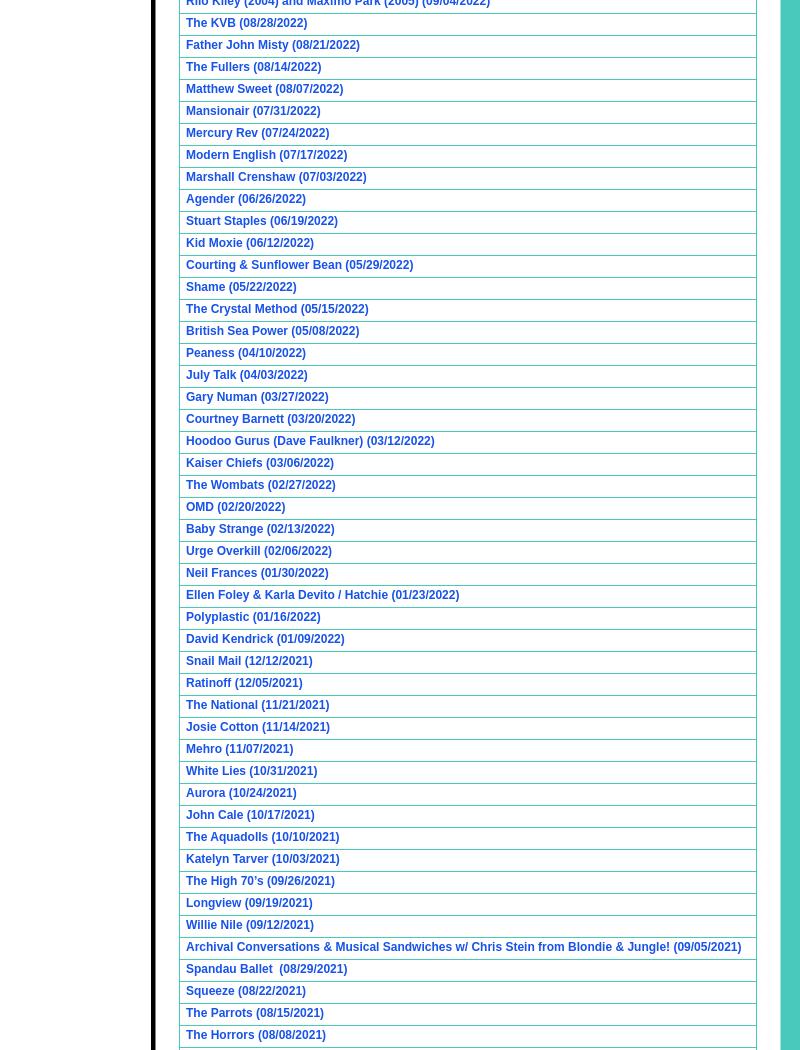  What do you see at coordinates (240, 285) in the screenshot?
I see `'Shame (05/22/2022)'` at bounding box center [240, 285].